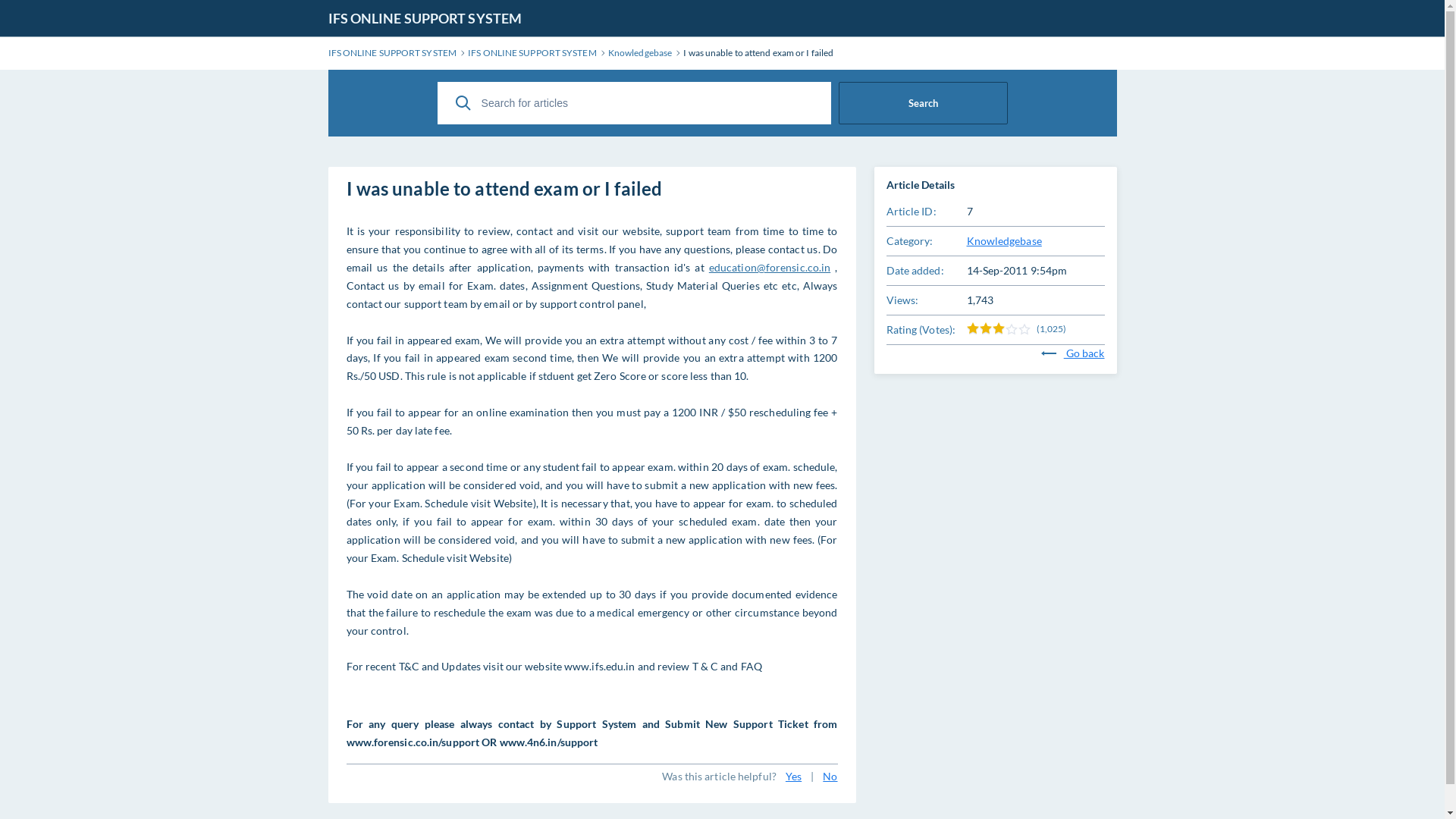 The image size is (1456, 819). I want to click on 'Go back', so click(1072, 353).